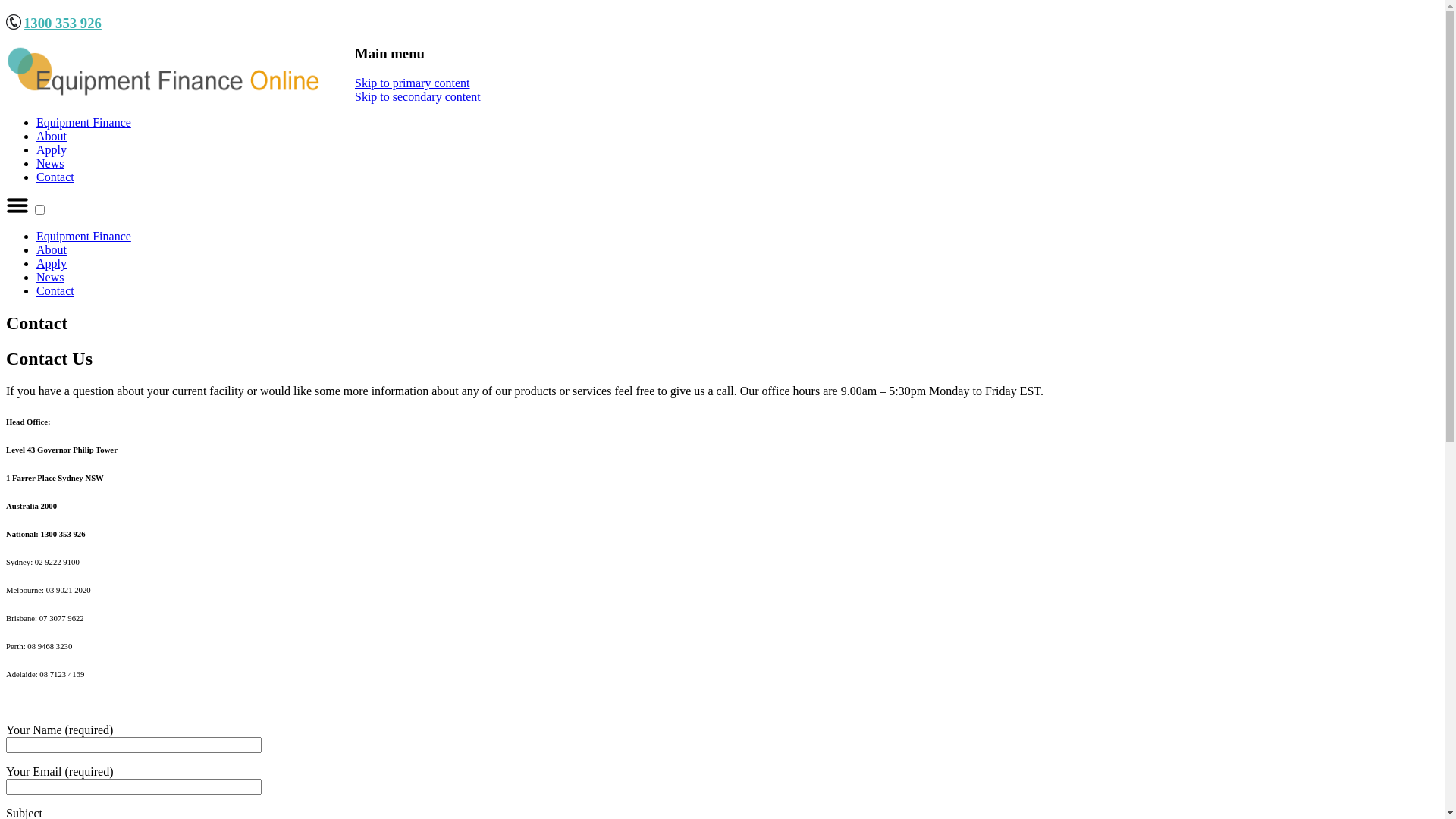 Image resolution: width=1456 pixels, height=819 pixels. What do you see at coordinates (50, 163) in the screenshot?
I see `'News'` at bounding box center [50, 163].